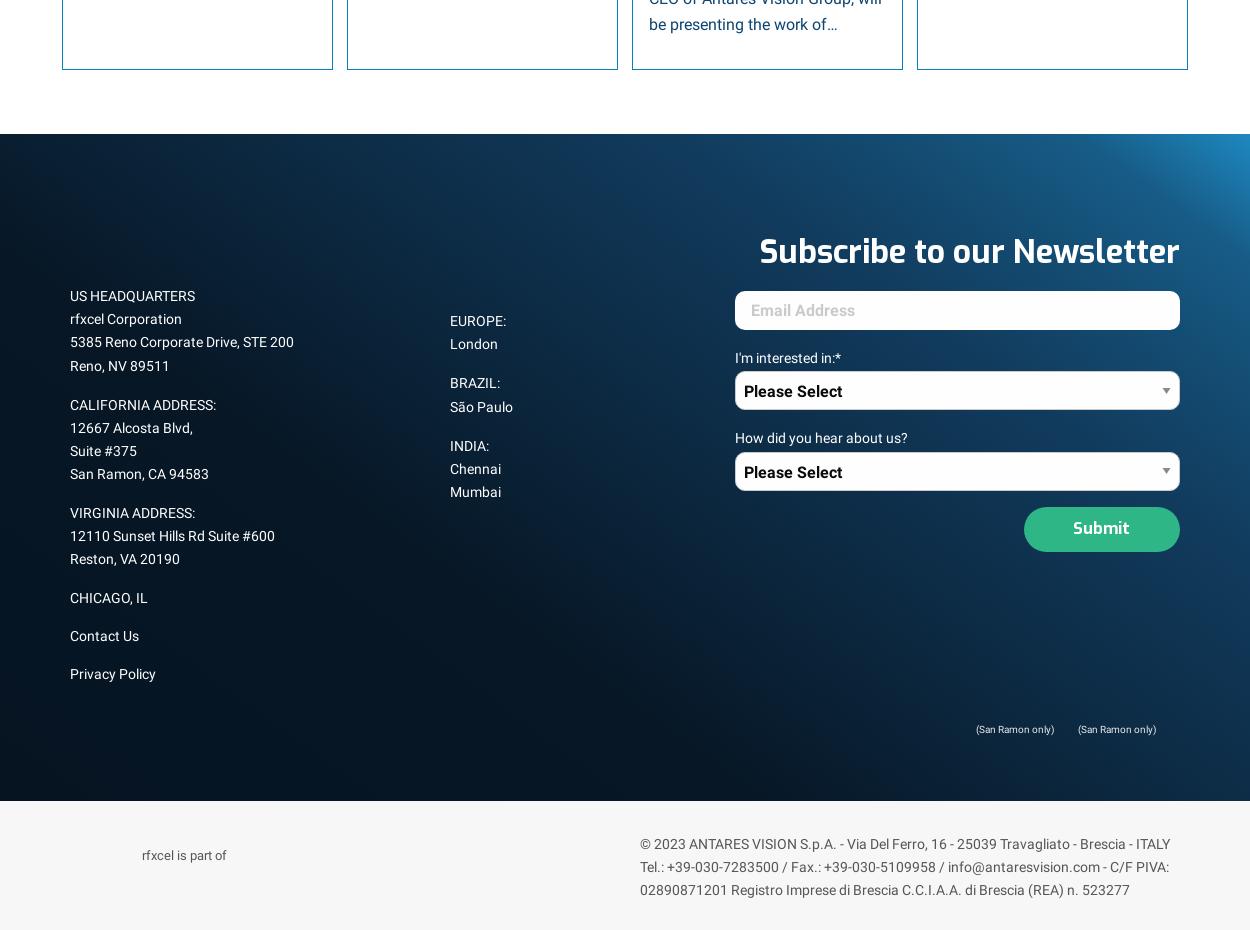  What do you see at coordinates (477, 320) in the screenshot?
I see `'EUROPE:'` at bounding box center [477, 320].